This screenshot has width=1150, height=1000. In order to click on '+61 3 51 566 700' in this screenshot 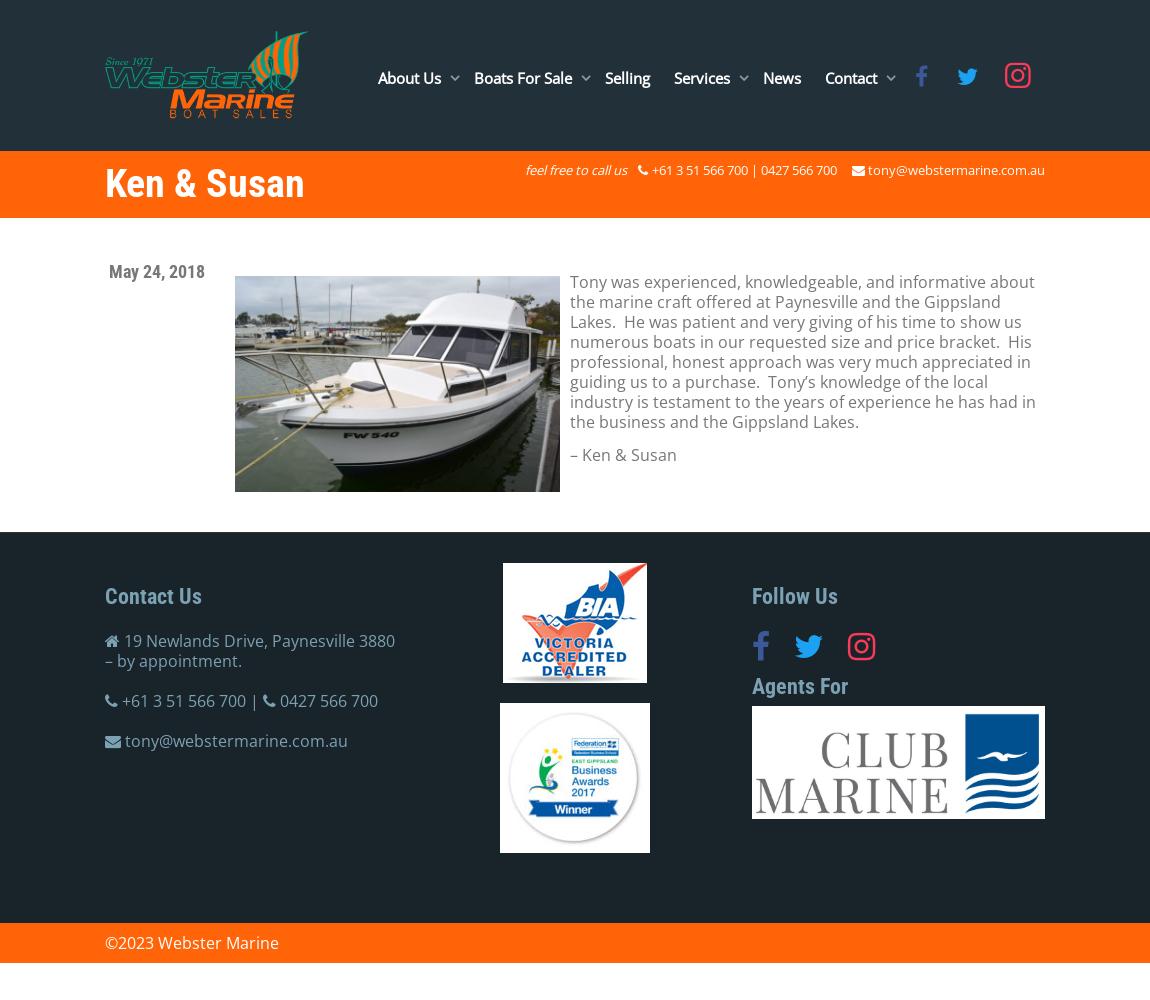, I will do `click(183, 700)`.